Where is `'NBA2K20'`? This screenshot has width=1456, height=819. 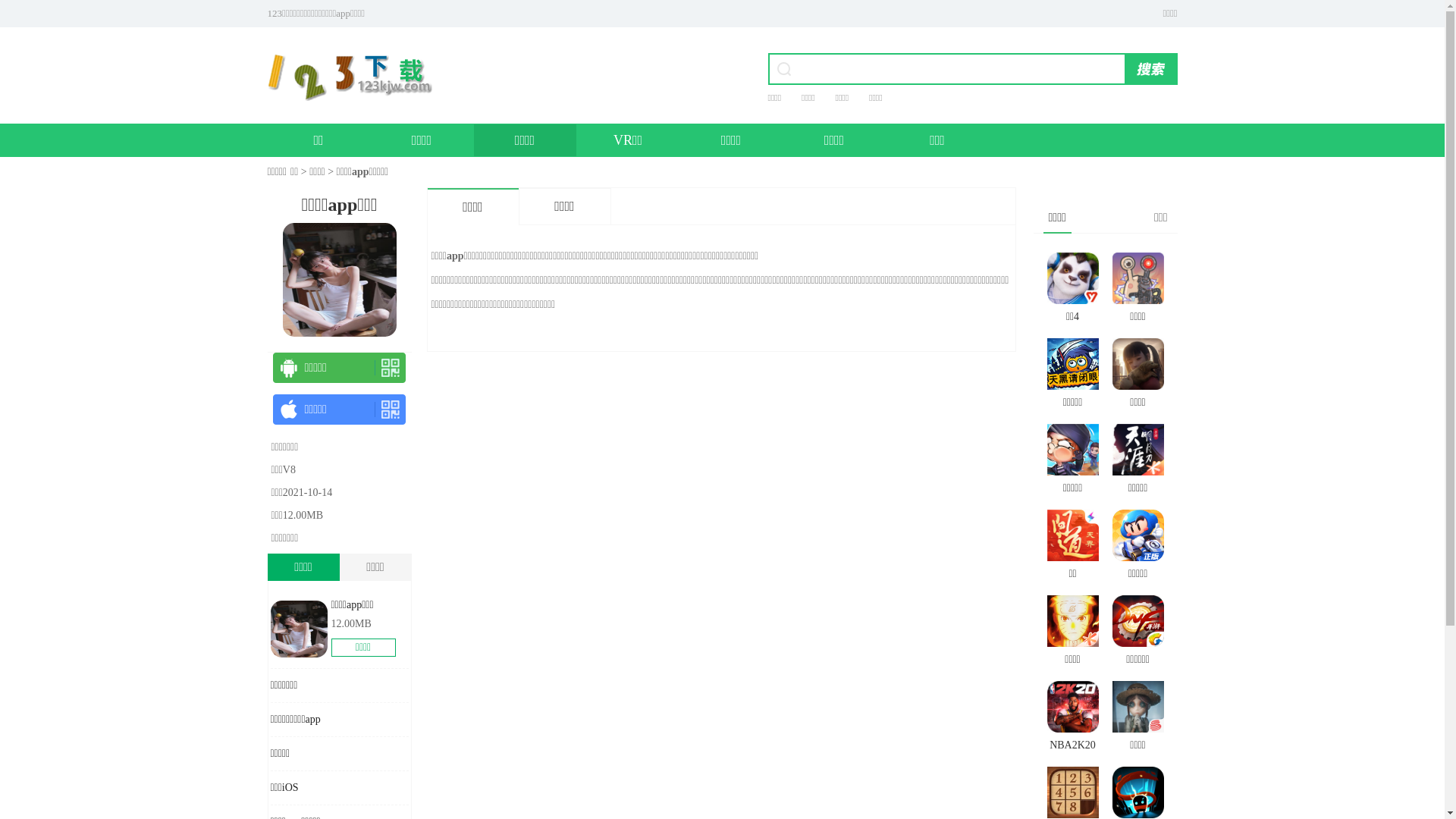 'NBA2K20' is located at coordinates (1072, 717).